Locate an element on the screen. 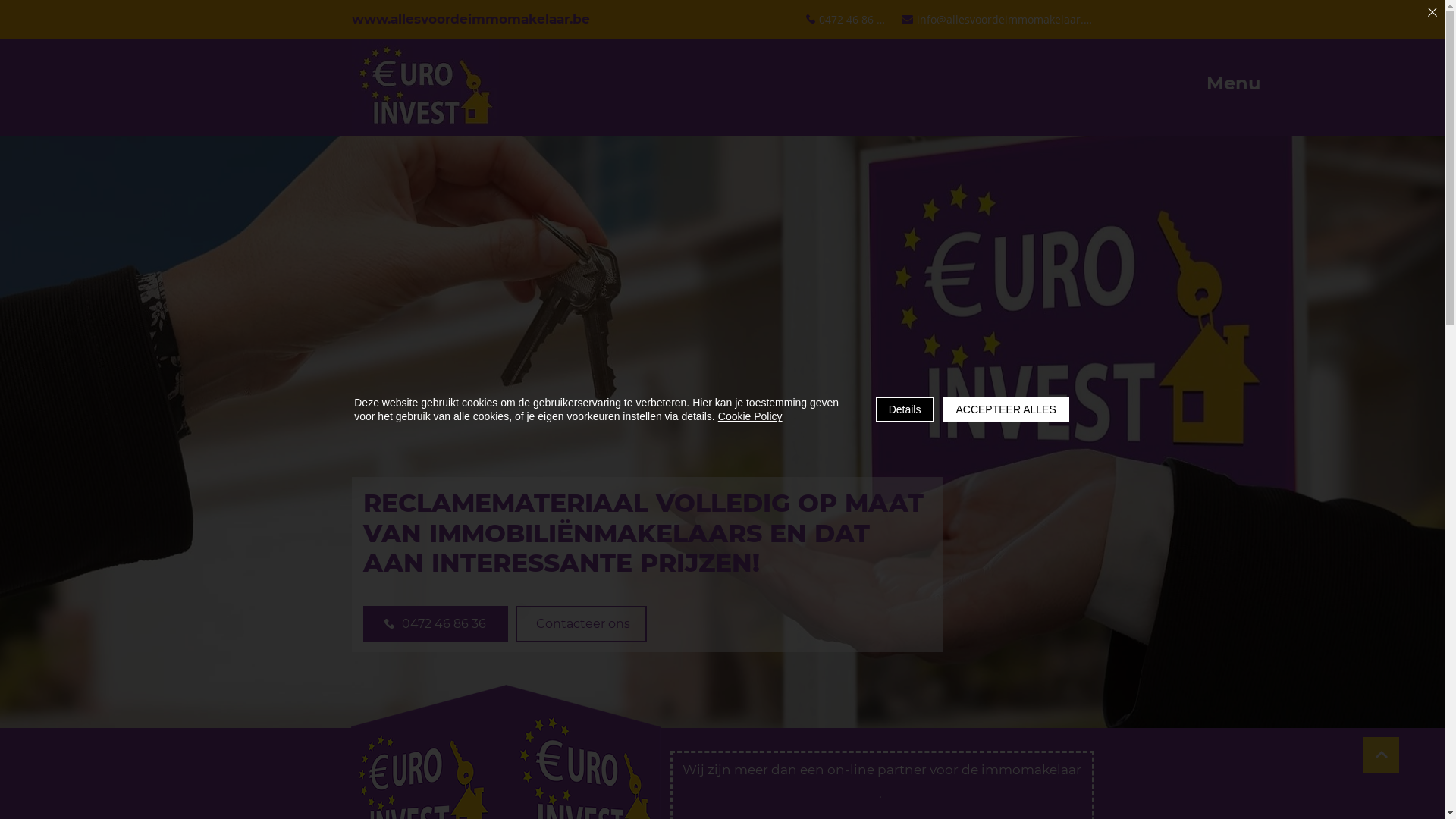  'ACCEPTEER ALLES' is located at coordinates (1005, 409).